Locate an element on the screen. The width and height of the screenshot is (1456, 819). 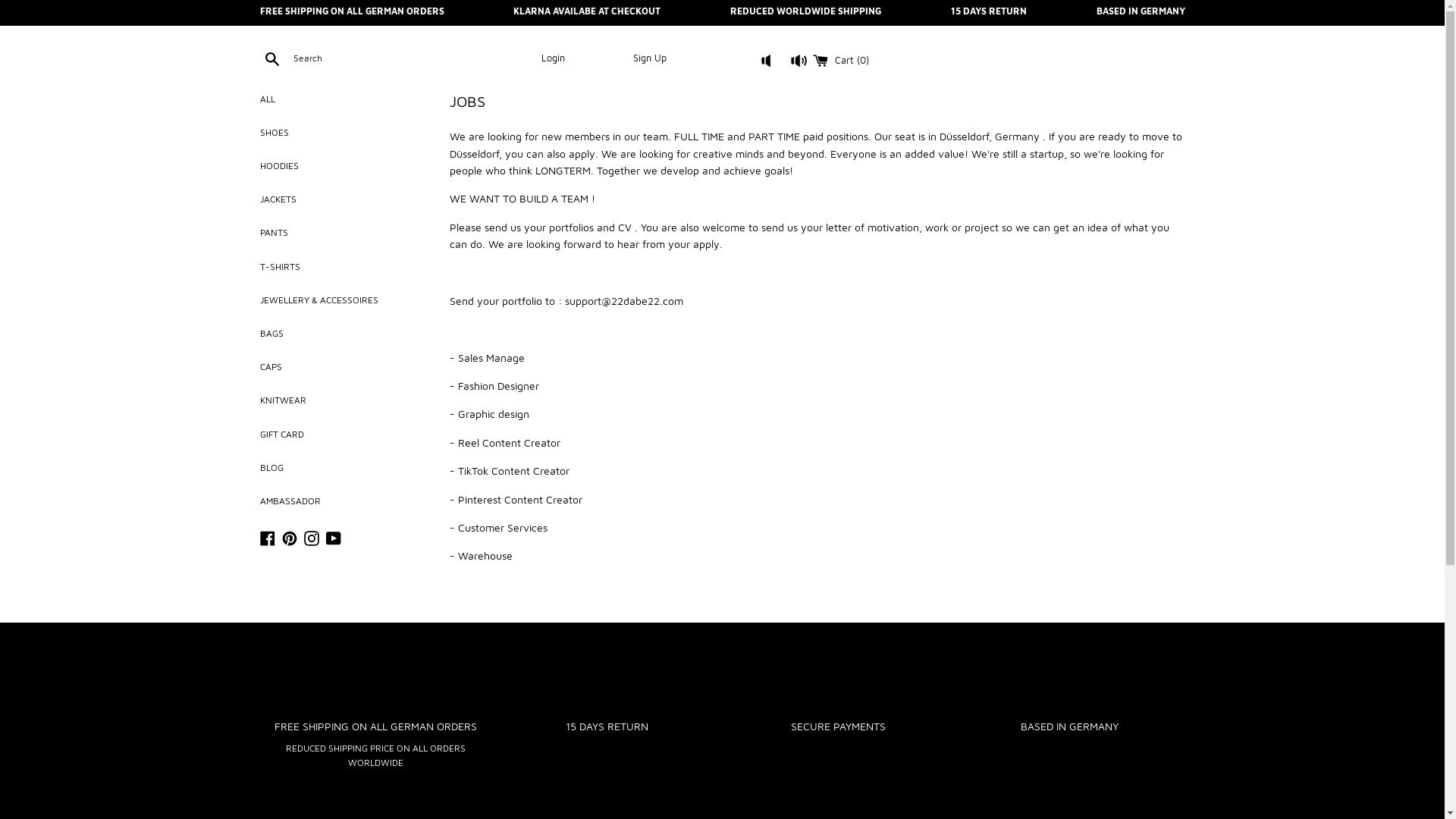
'Facebook' is located at coordinates (266, 535).